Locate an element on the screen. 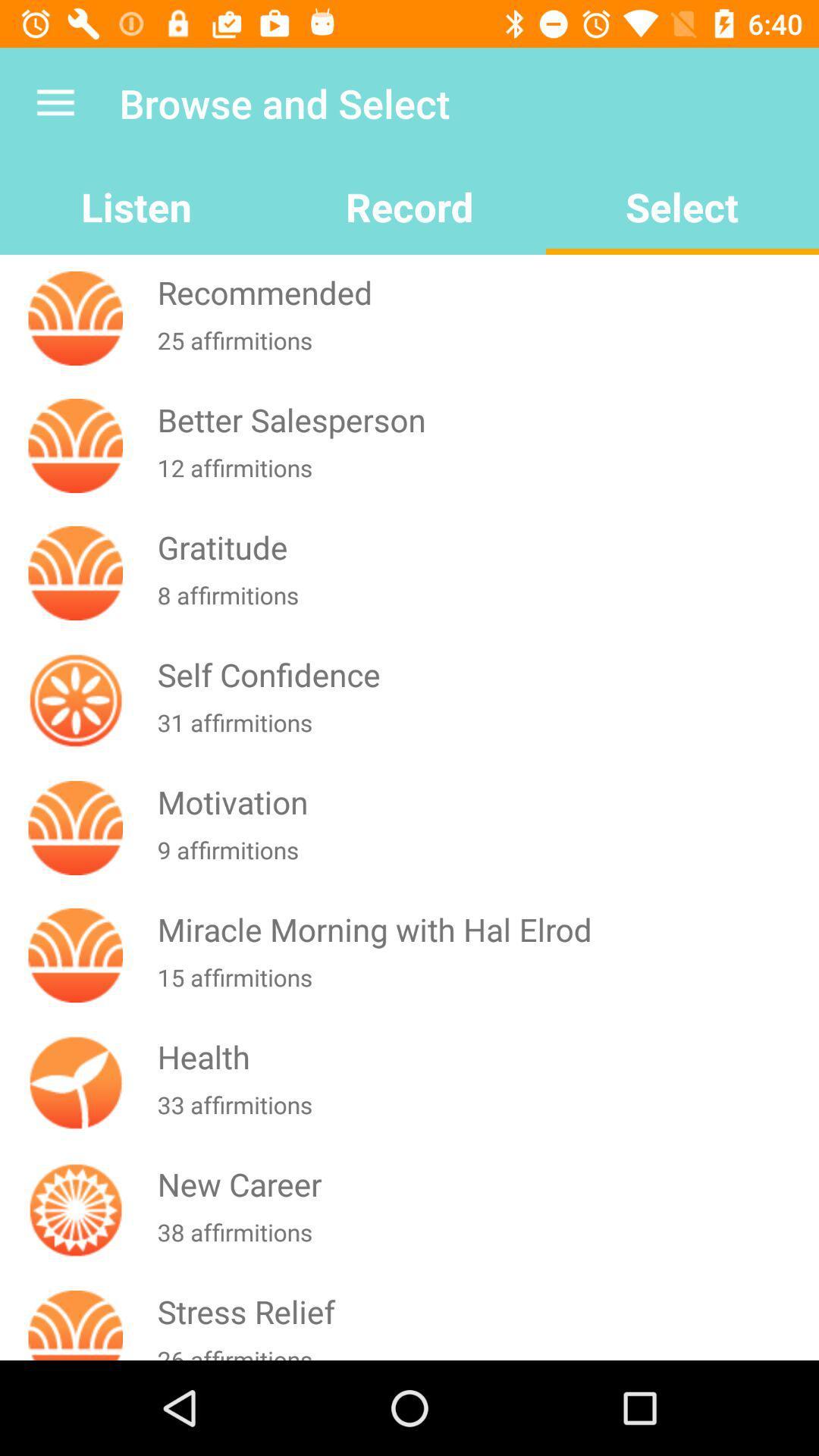 The height and width of the screenshot is (1456, 819). the item below 33 affirmitions item is located at coordinates (485, 1183).